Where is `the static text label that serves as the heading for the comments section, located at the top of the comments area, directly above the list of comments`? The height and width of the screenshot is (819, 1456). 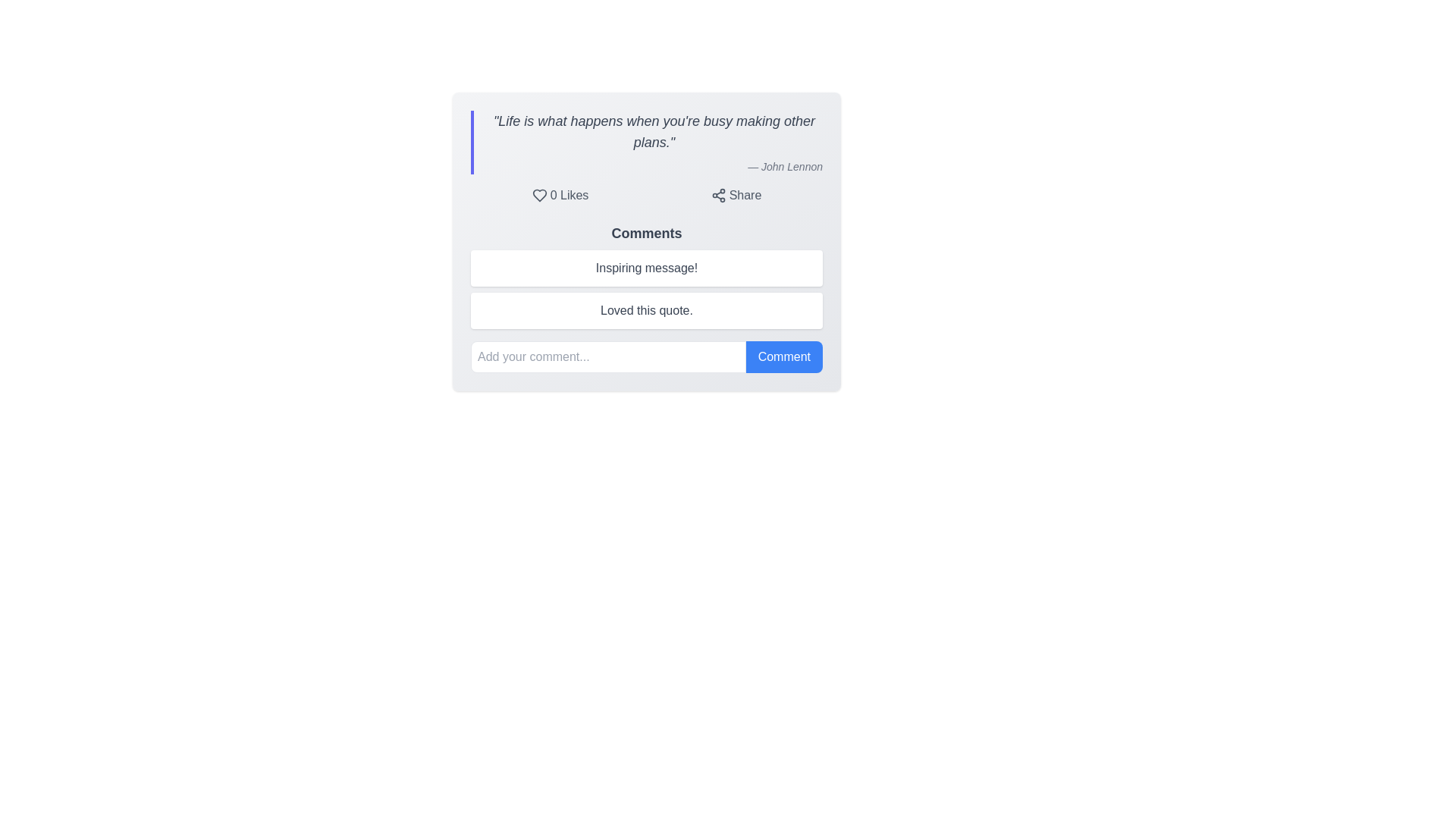
the static text label that serves as the heading for the comments section, located at the top of the comments area, directly above the list of comments is located at coordinates (647, 234).